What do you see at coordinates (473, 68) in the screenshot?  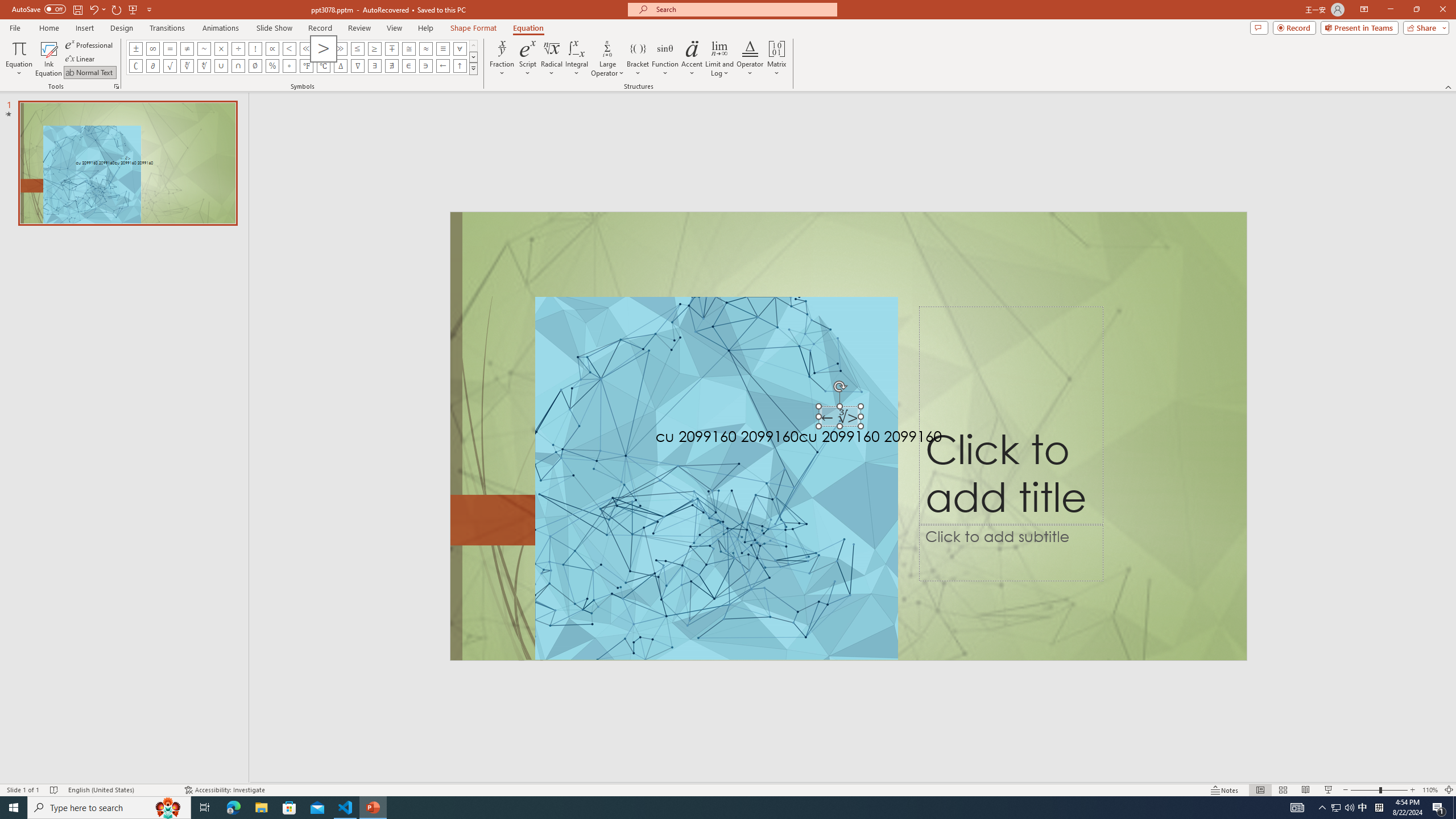 I see `'Equation Symbols'` at bounding box center [473, 68].